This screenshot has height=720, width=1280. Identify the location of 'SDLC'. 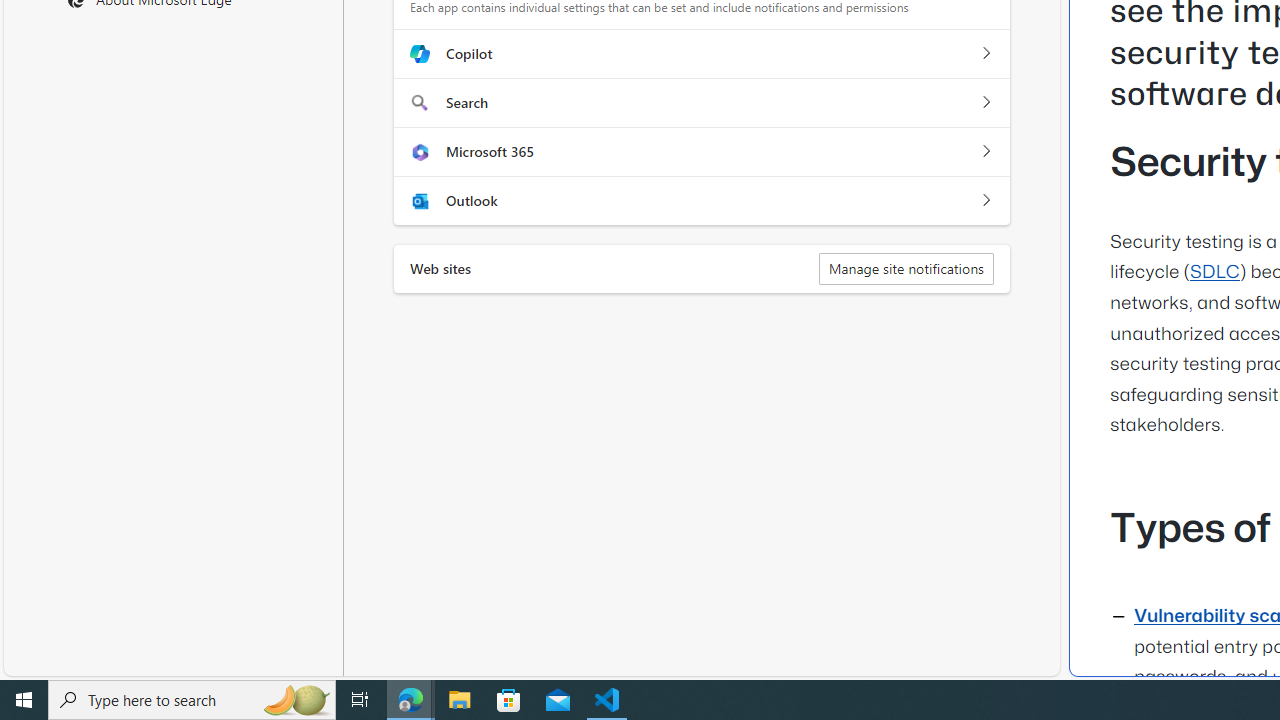
(1213, 273).